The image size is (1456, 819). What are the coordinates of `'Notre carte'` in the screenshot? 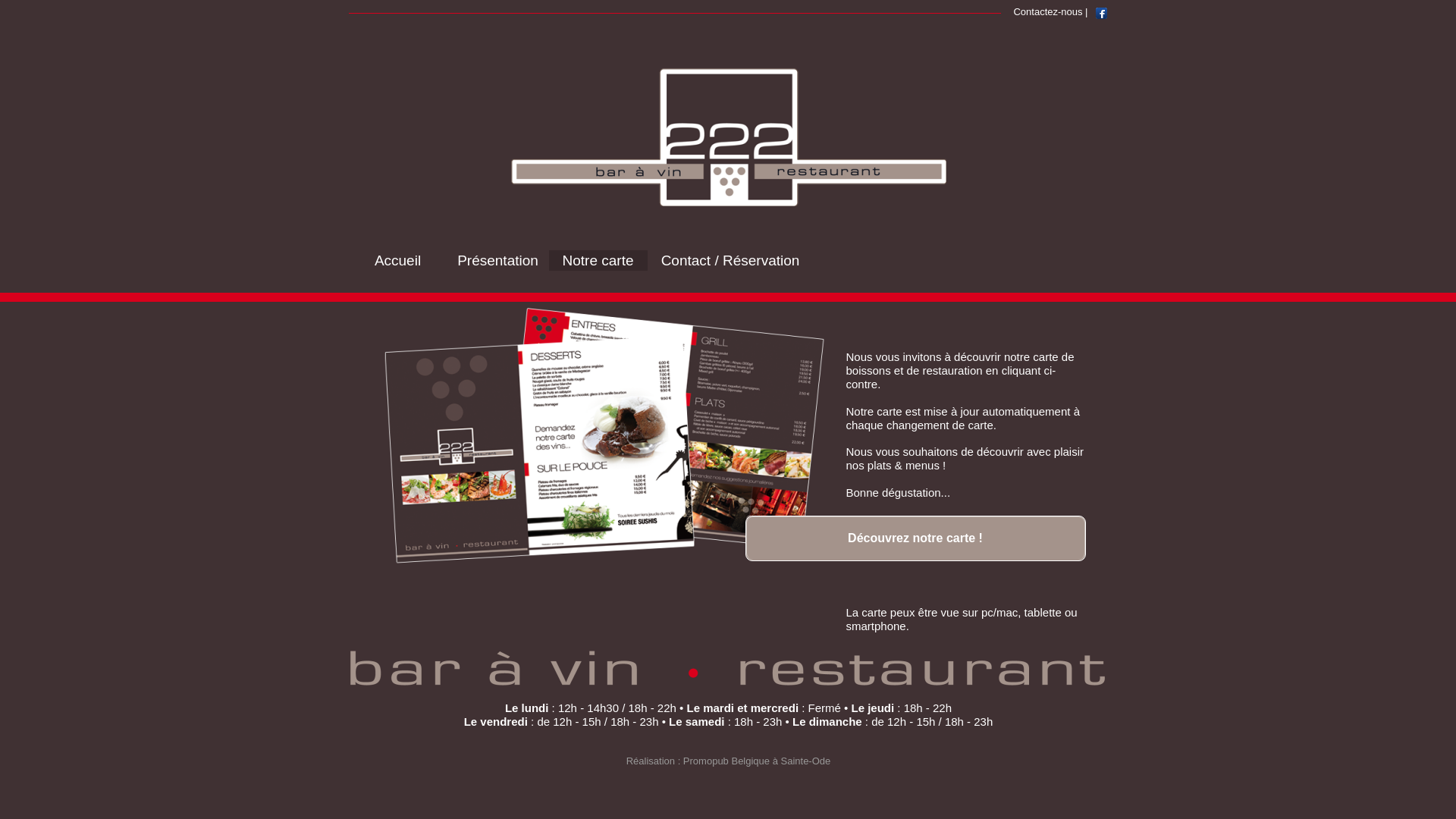 It's located at (597, 259).